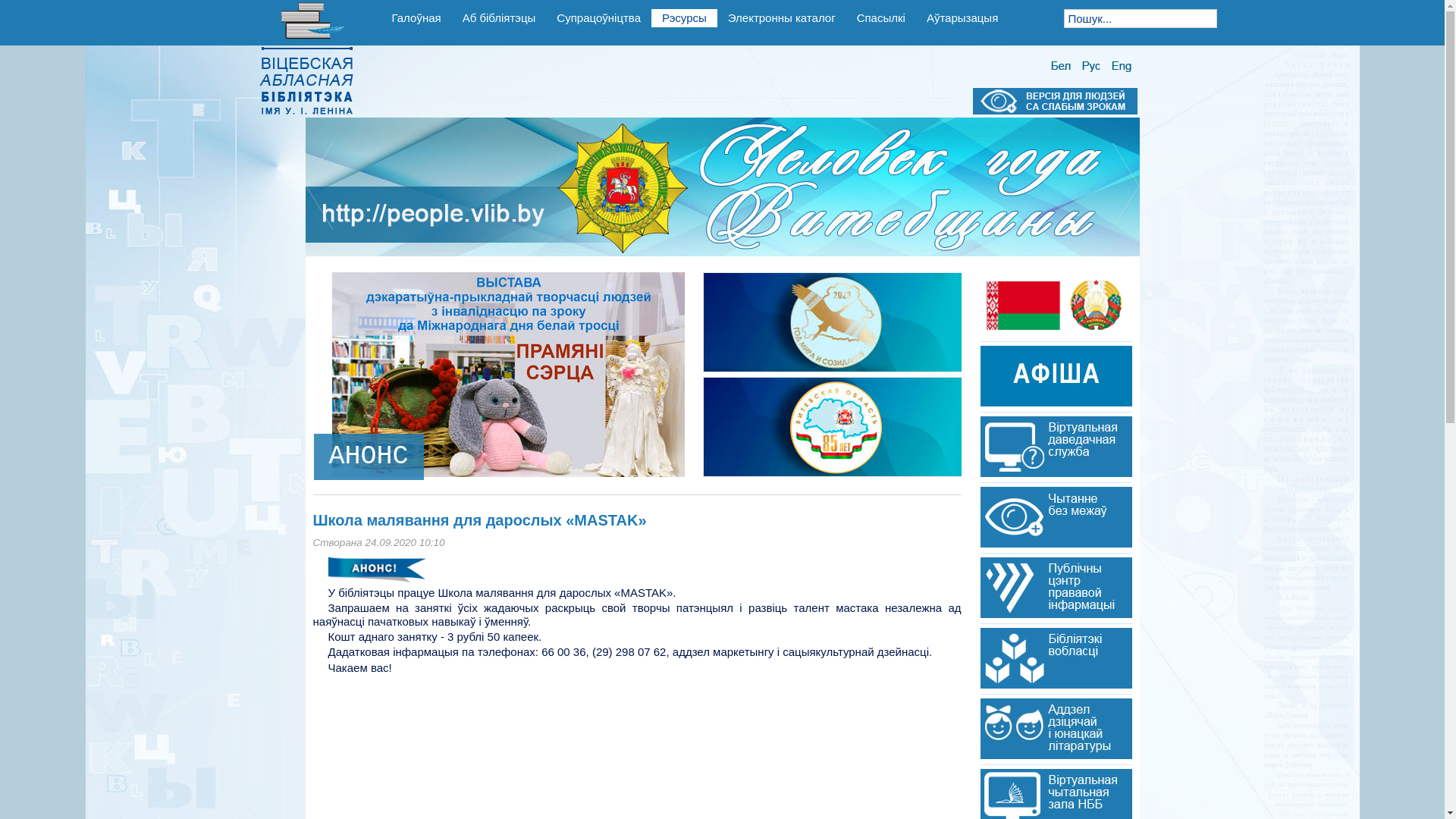  I want to click on 'English (UK)', so click(1121, 66).